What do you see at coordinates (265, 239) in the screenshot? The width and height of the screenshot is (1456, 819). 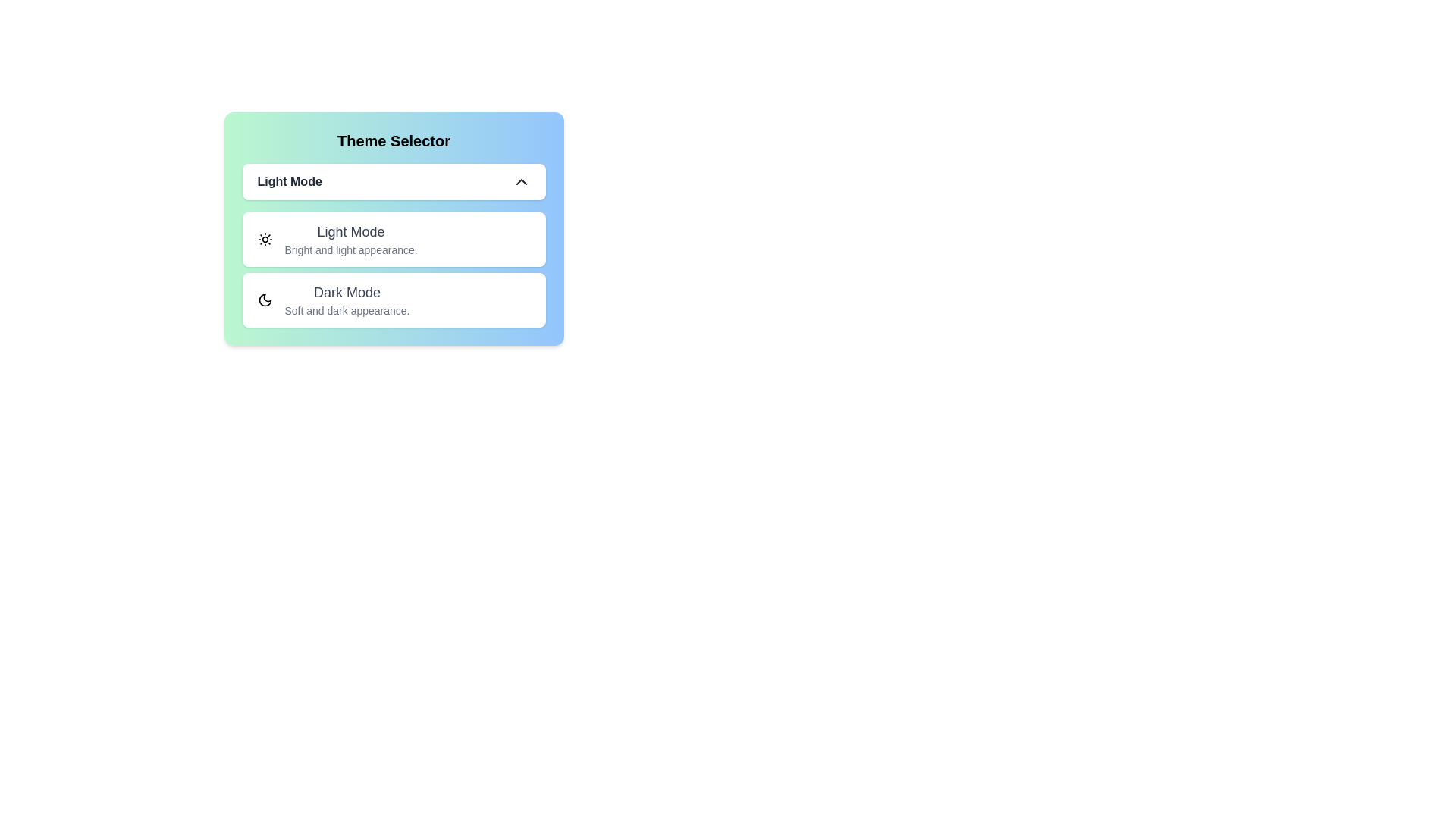 I see `the theme by clicking on the corresponding icon. The parameter Light Mode determines the selection, where 'Light Mode' corresponds to the sun icon and 'Dark Mode' corresponds to the moon icon` at bounding box center [265, 239].